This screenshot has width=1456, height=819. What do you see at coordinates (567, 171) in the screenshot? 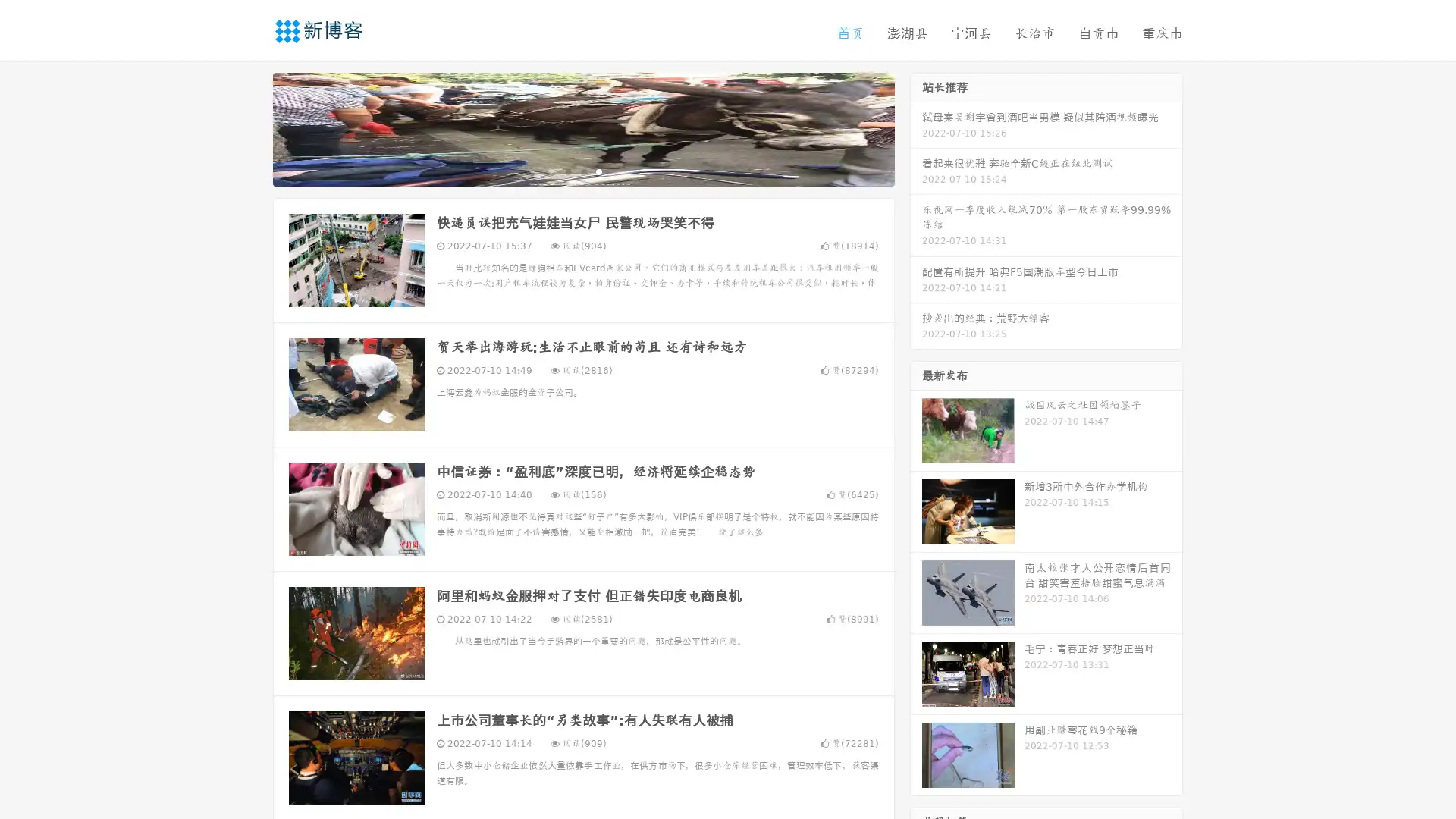
I see `Go to slide 1` at bounding box center [567, 171].